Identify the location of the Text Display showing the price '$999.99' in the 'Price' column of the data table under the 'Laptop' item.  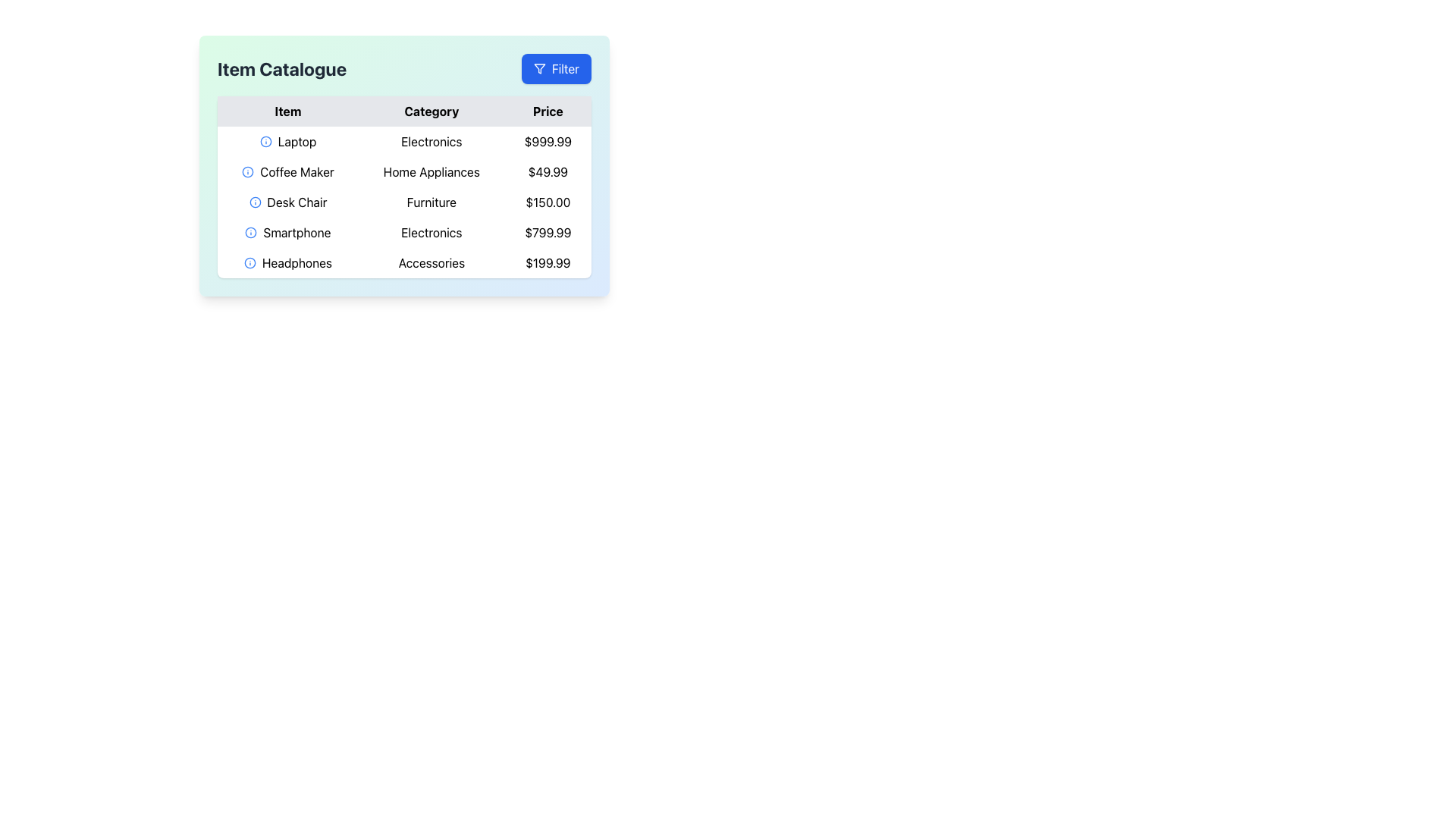
(547, 141).